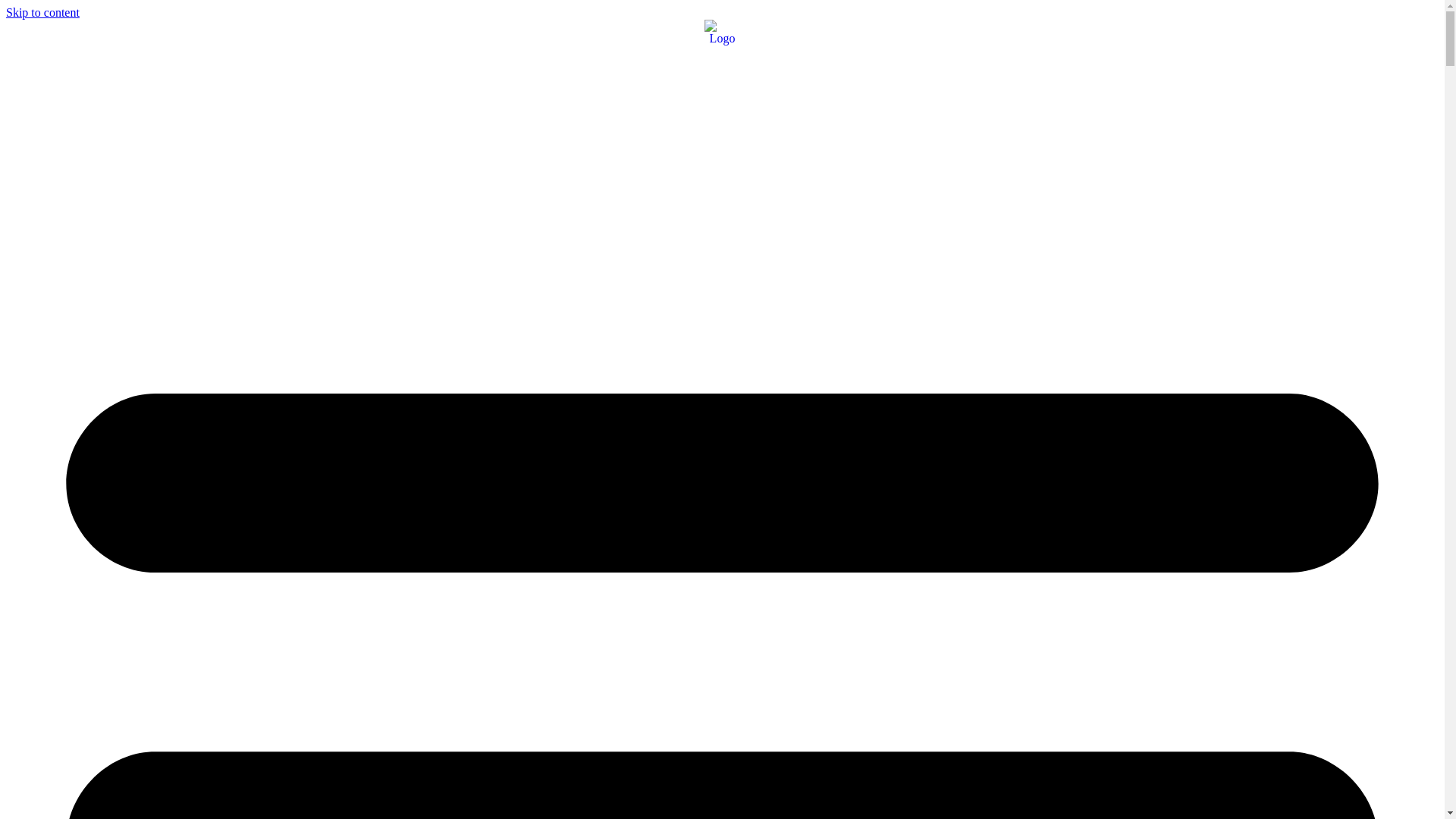 The image size is (1456, 819). I want to click on 'Skip to content', so click(42, 12).